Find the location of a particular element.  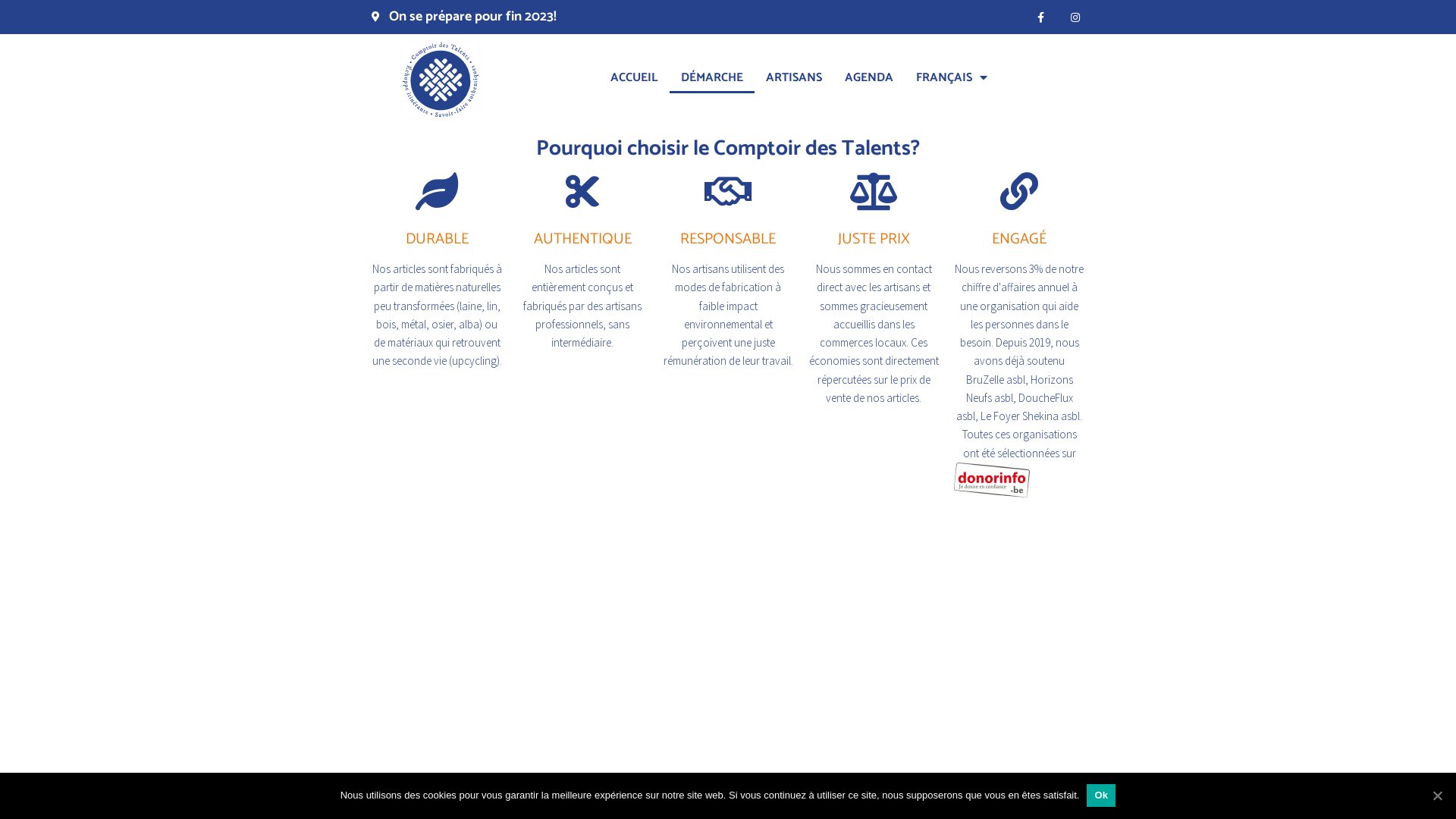

'comptoir-des-talents-400px-bg' is located at coordinates (439, 79).